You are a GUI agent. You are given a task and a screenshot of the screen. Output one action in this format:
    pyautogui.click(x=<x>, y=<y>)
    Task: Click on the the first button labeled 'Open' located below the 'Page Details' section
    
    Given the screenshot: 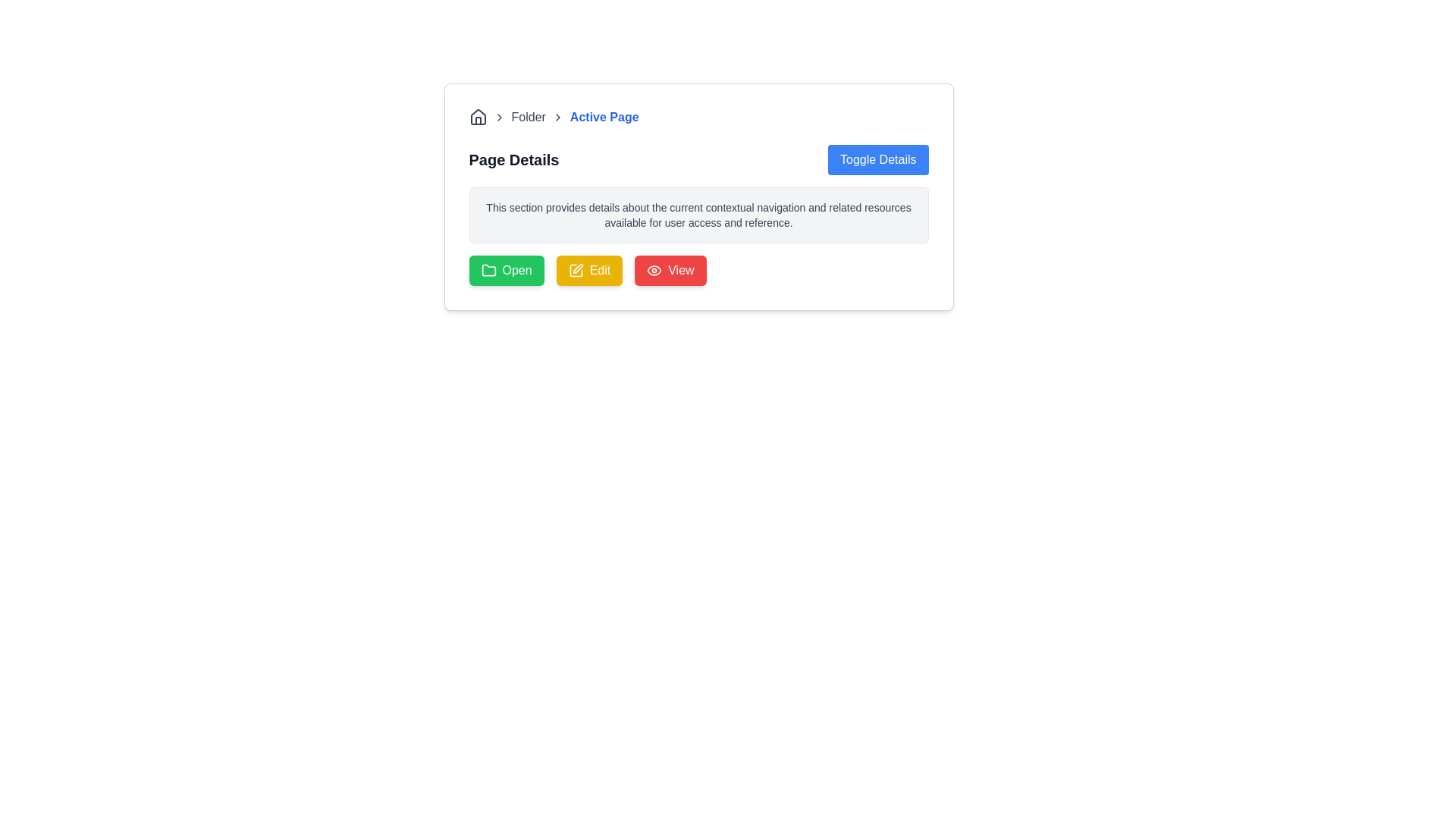 What is the action you would take?
    pyautogui.click(x=507, y=270)
    